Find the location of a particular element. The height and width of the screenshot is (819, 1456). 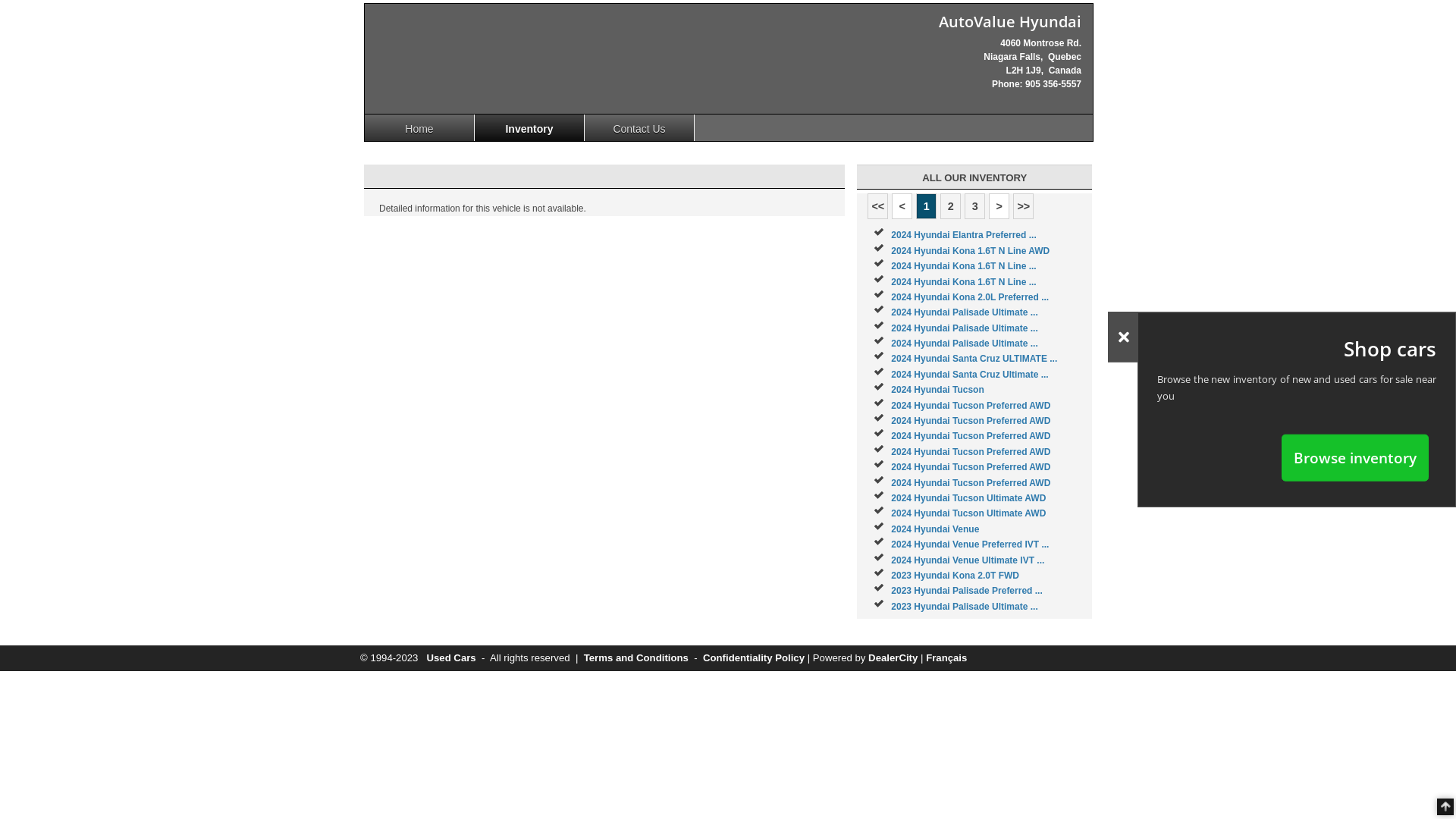

'2023 Hyundai Kona 2.0T FWD' is located at coordinates (954, 576).